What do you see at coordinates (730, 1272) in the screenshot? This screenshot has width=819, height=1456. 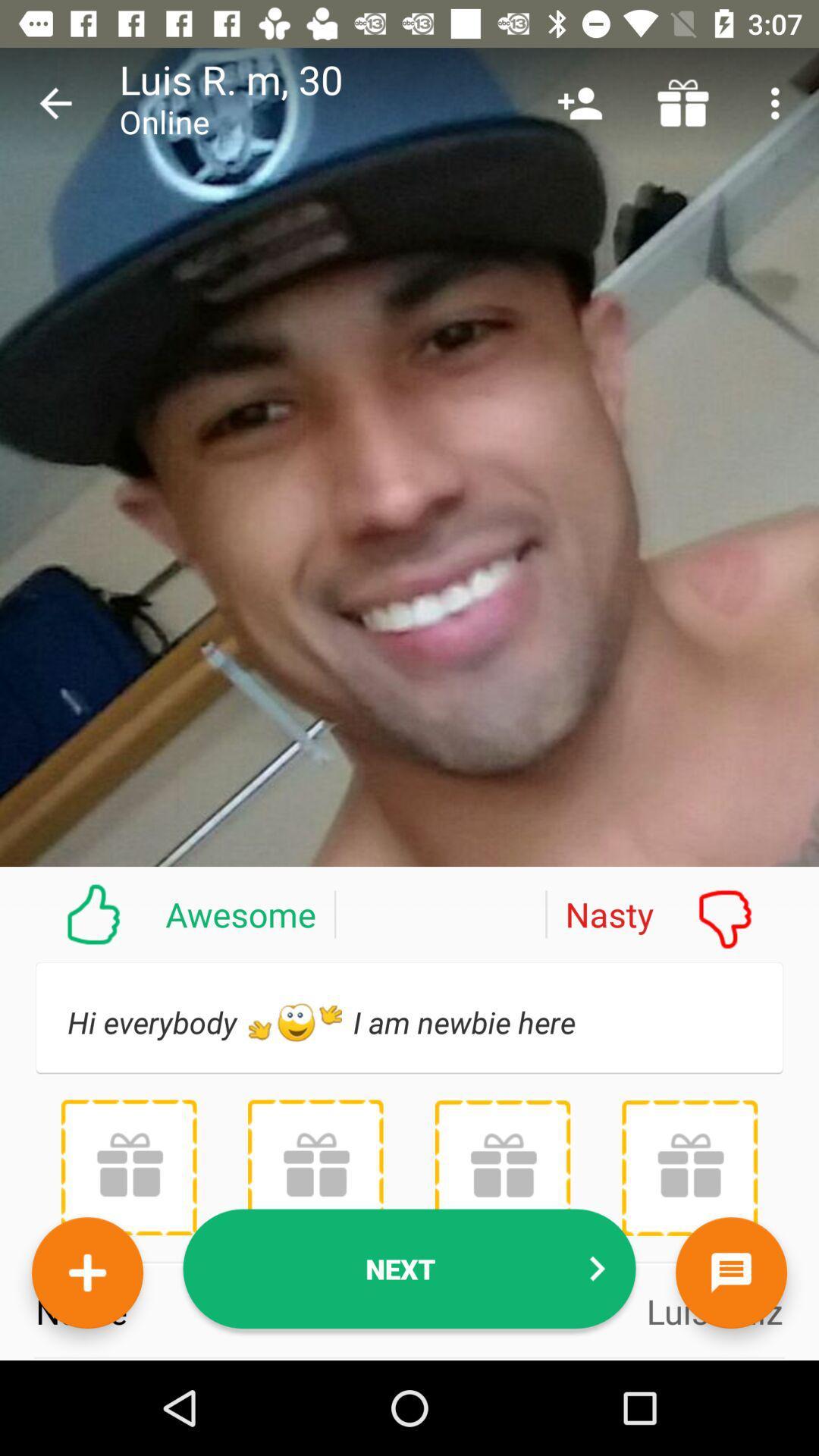 I see `message user` at bounding box center [730, 1272].